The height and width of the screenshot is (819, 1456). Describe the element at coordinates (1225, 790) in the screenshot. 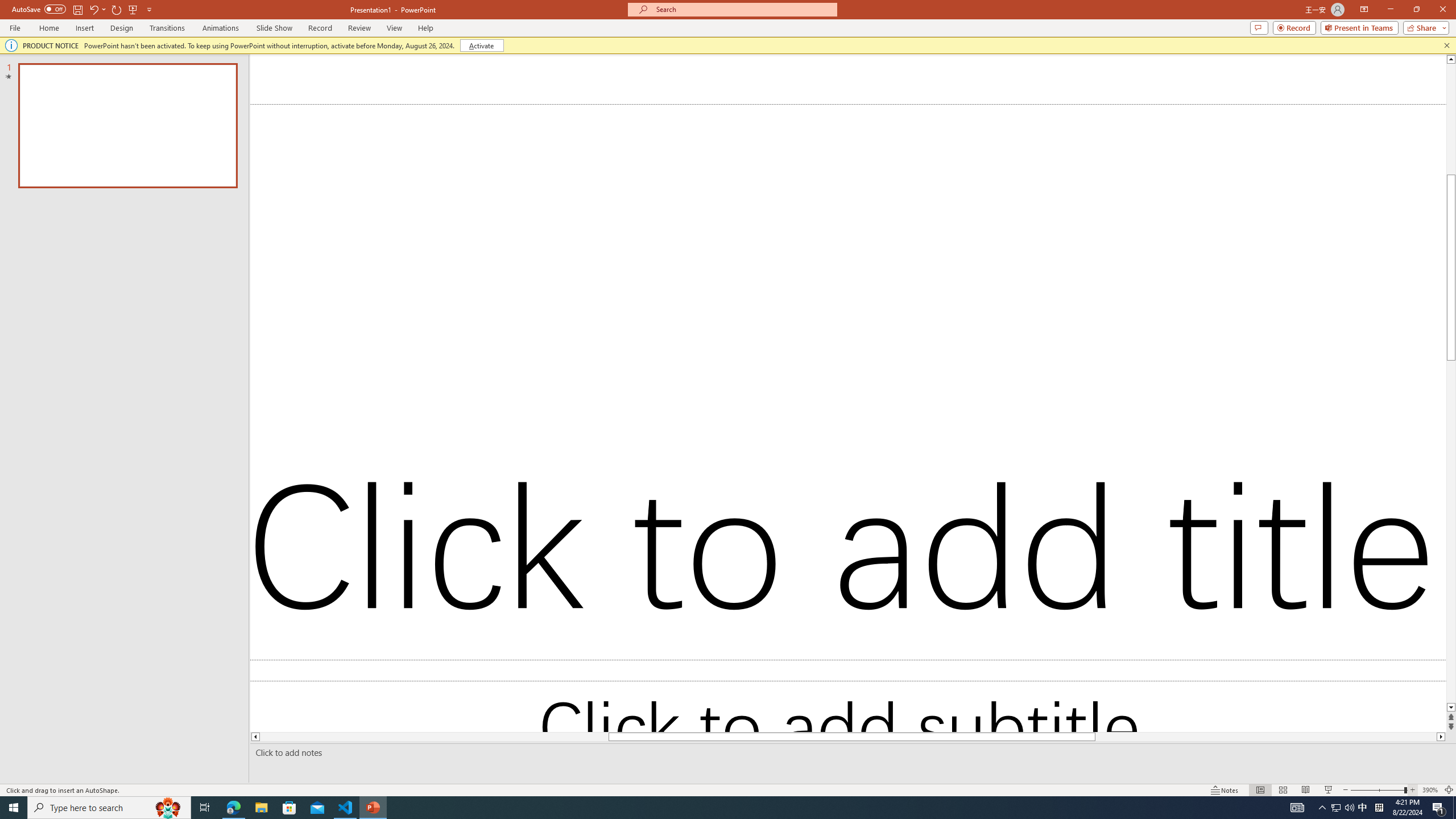

I see `'Notes '` at that location.